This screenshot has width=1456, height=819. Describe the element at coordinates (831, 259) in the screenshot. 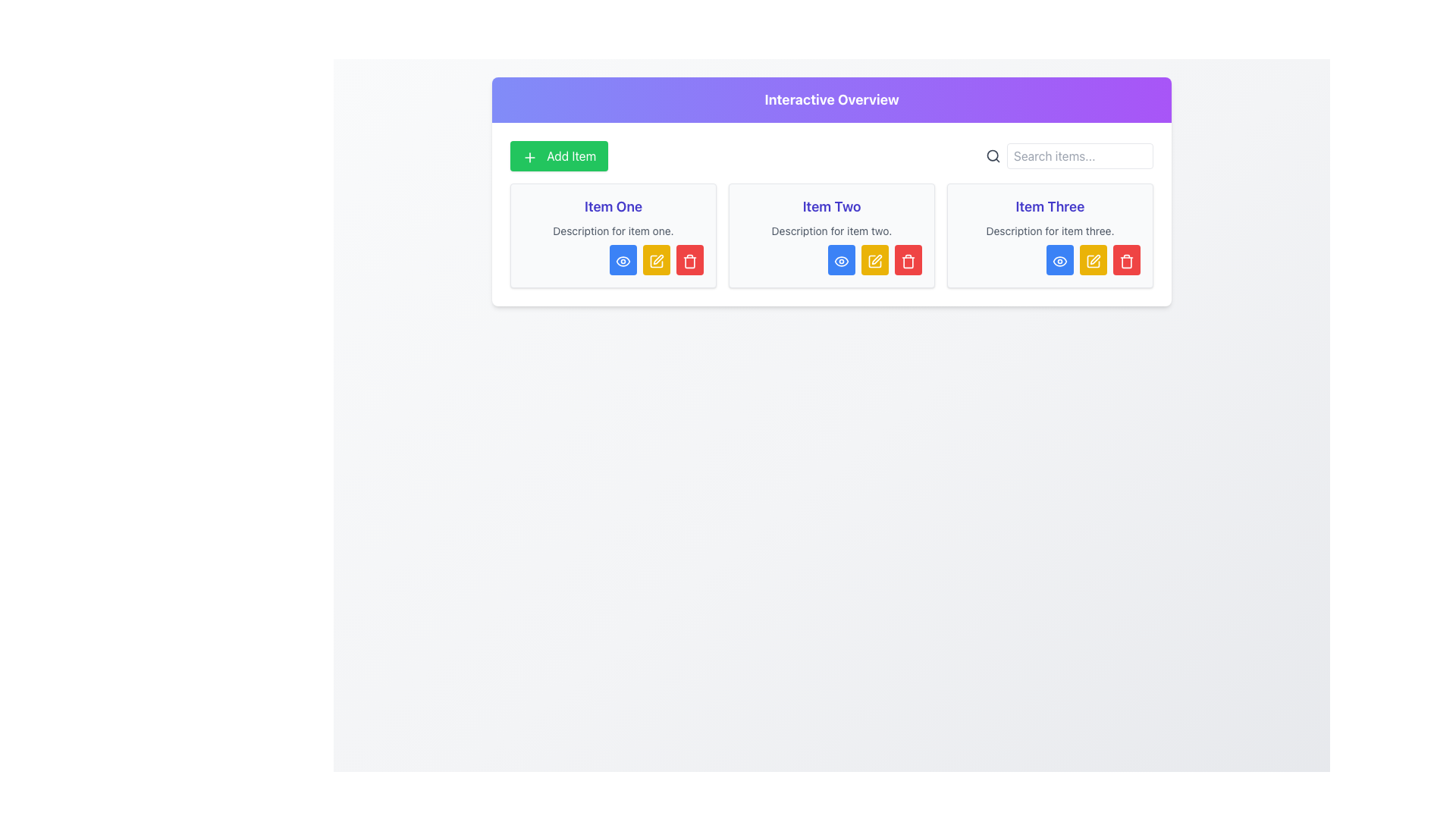

I see `the small blue button with an eye icon located at the bottom-right of the 'Item Two' card` at that location.